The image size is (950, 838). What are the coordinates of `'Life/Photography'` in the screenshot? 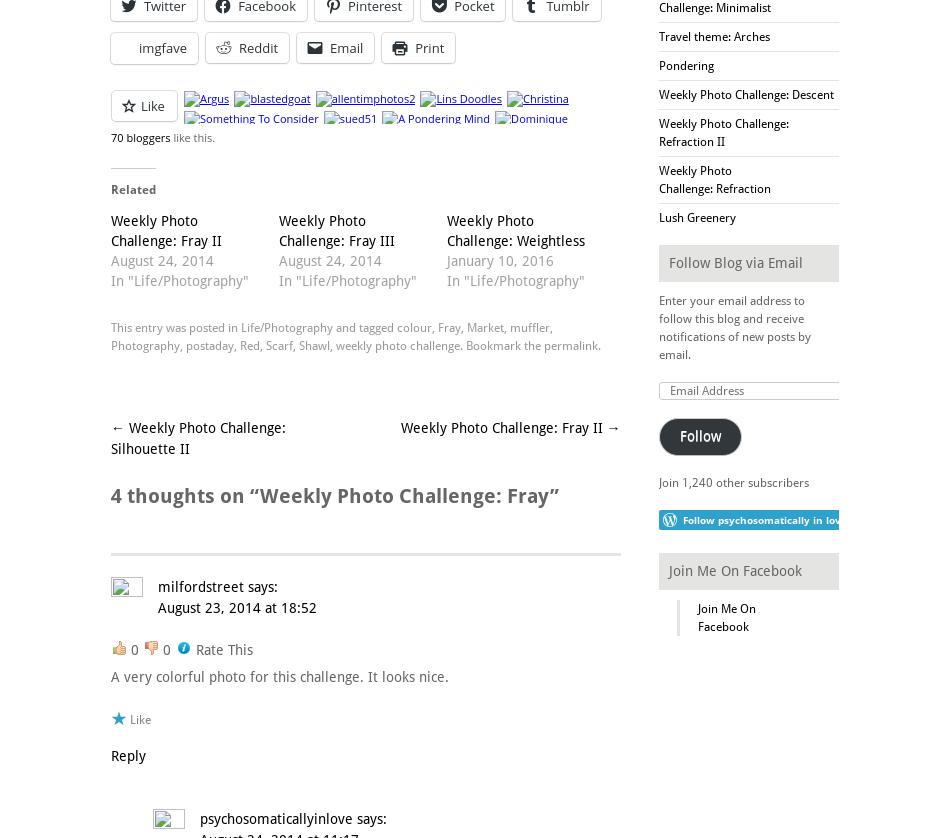 It's located at (285, 325).